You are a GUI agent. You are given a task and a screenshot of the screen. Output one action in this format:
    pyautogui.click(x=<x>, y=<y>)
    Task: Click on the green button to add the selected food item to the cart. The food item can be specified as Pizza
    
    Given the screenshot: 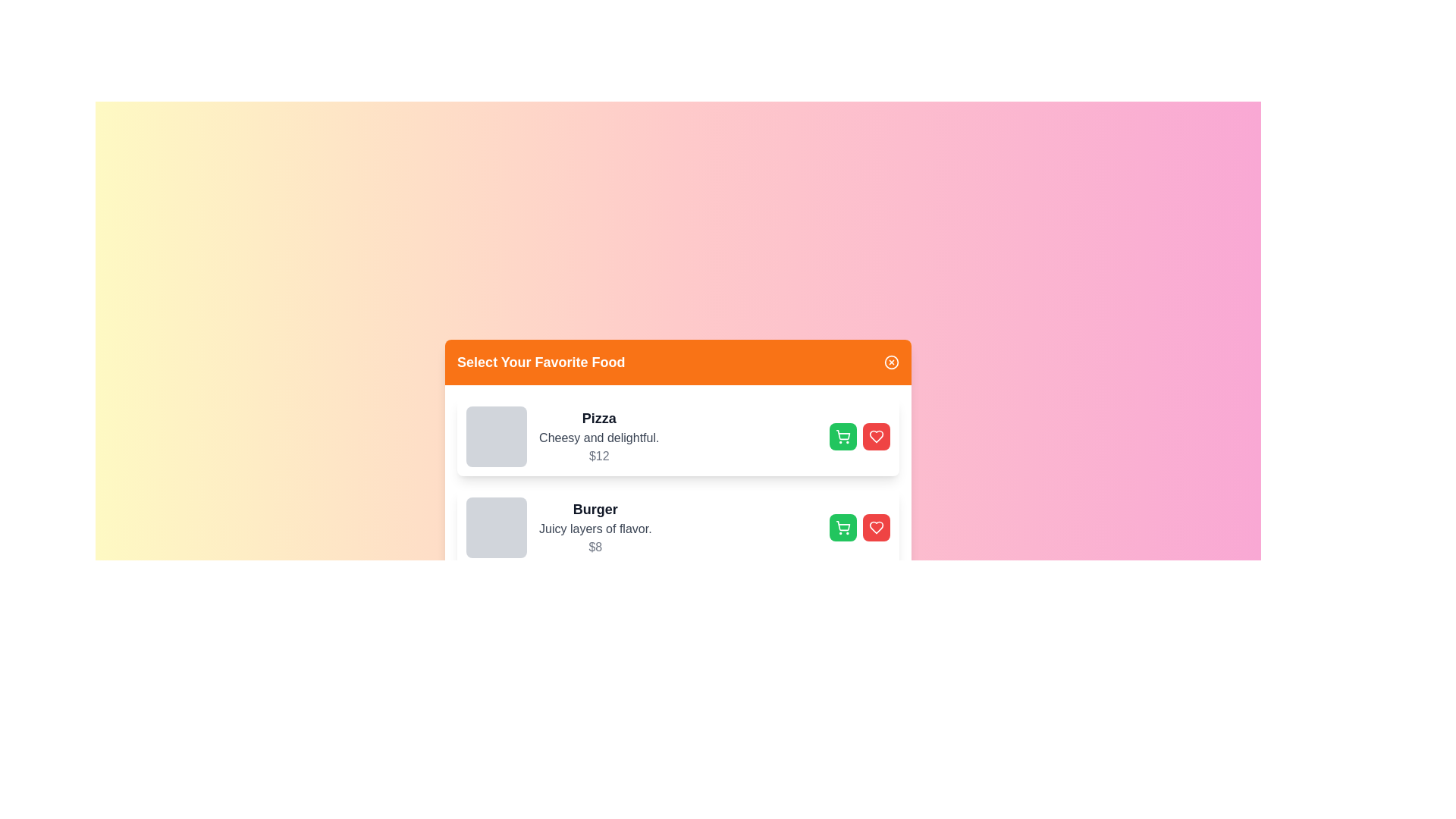 What is the action you would take?
    pyautogui.click(x=842, y=436)
    